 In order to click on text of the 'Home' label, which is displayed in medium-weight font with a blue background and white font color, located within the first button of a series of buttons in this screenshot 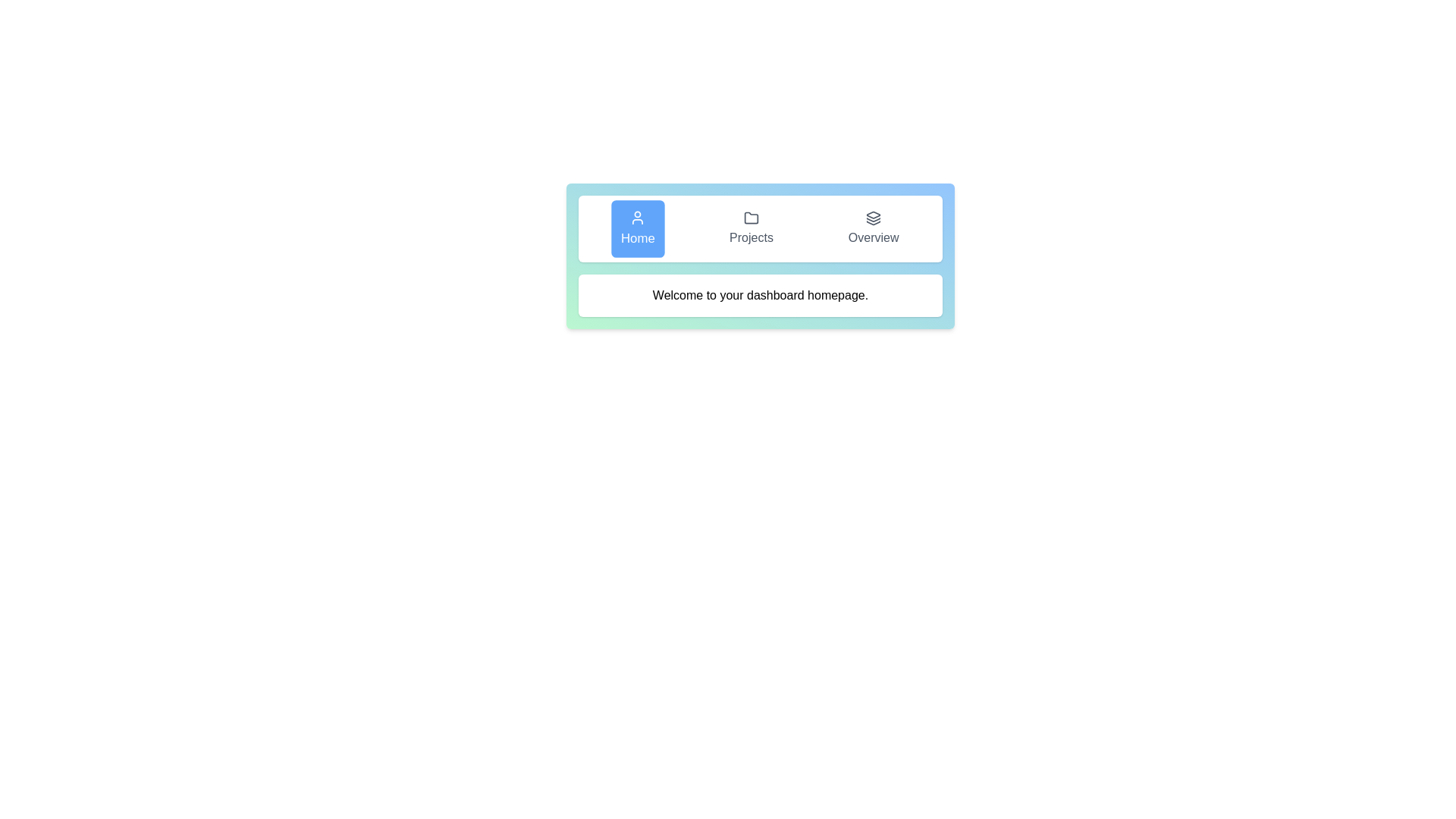, I will do `click(638, 238)`.